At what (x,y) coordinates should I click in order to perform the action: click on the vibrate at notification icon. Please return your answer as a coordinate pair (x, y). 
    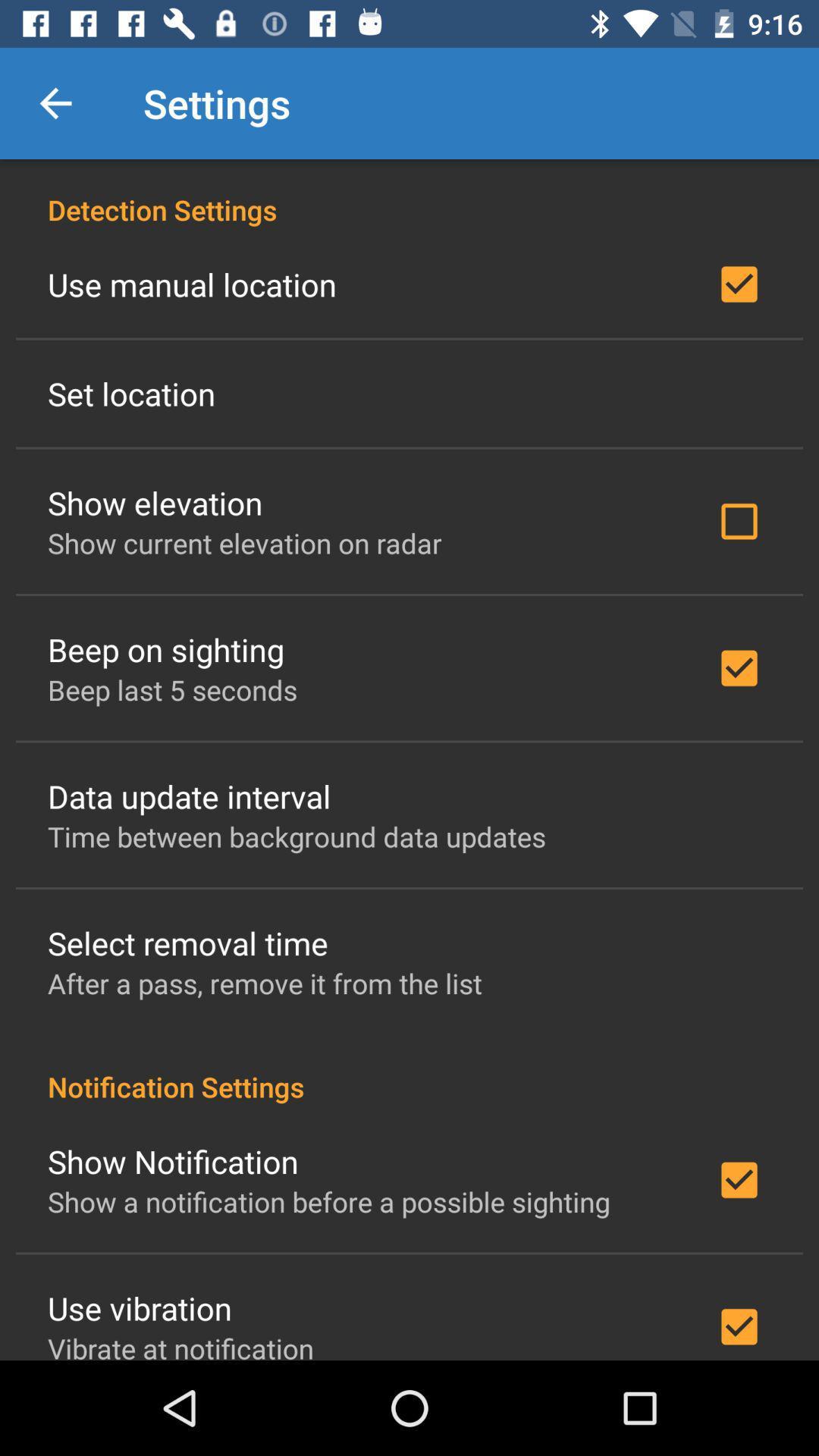
    Looking at the image, I should click on (180, 1345).